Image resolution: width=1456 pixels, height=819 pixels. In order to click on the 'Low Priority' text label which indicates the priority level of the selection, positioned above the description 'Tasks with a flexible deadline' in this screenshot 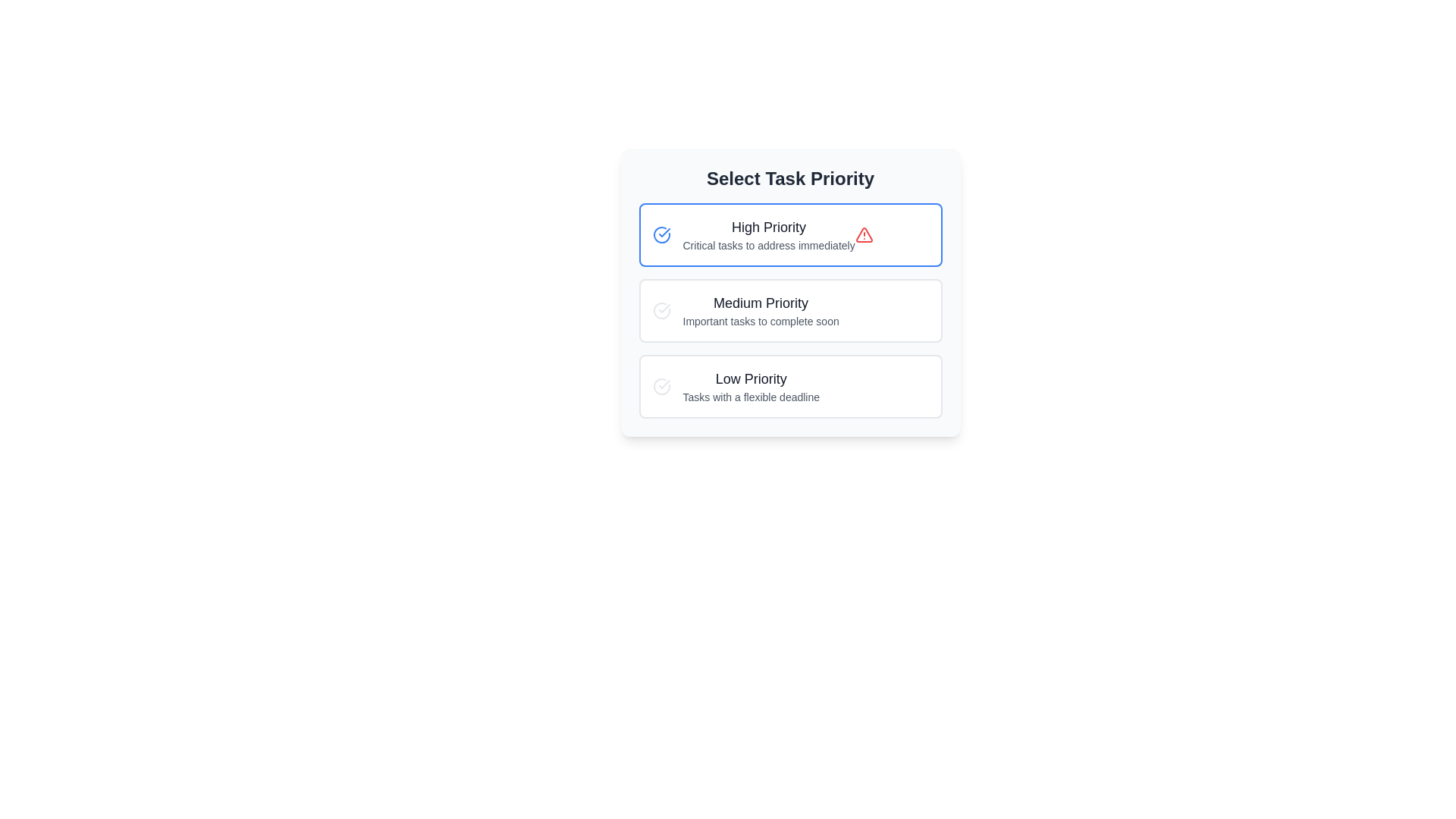, I will do `click(751, 378)`.